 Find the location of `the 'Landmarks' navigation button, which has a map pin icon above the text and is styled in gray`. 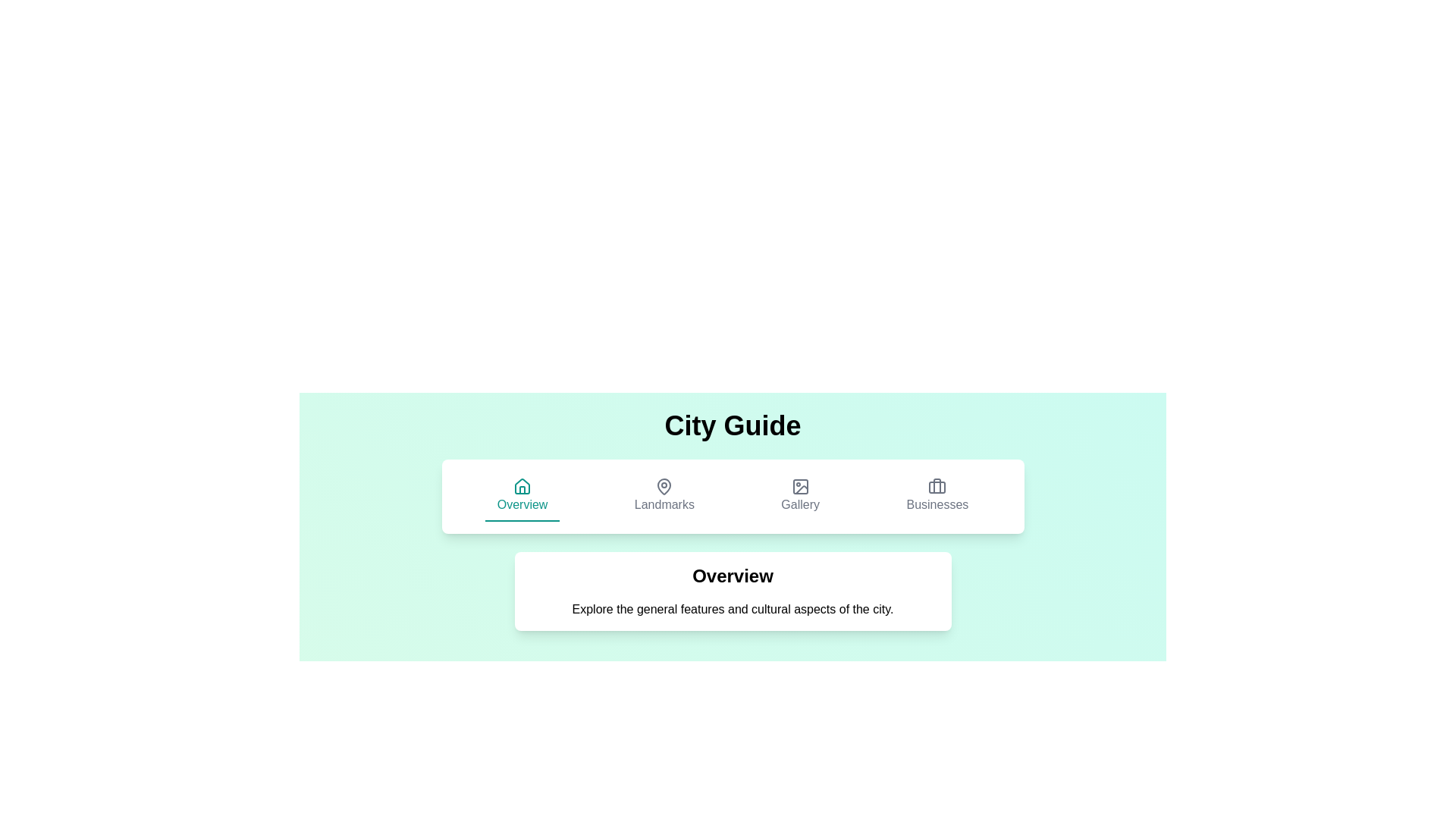

the 'Landmarks' navigation button, which has a map pin icon above the text and is styled in gray is located at coordinates (664, 497).